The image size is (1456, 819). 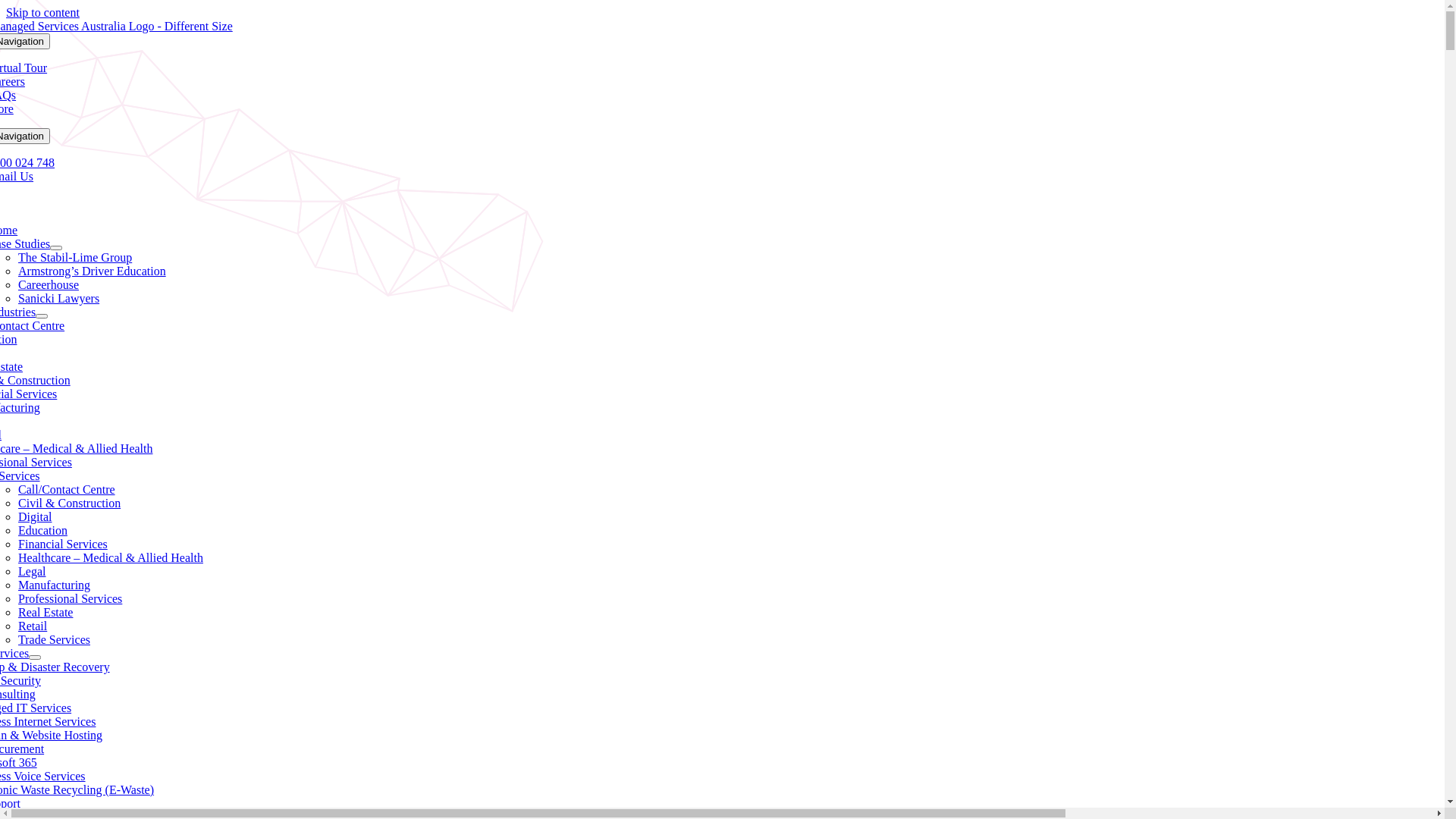 I want to click on 'Retail', so click(x=18, y=626).